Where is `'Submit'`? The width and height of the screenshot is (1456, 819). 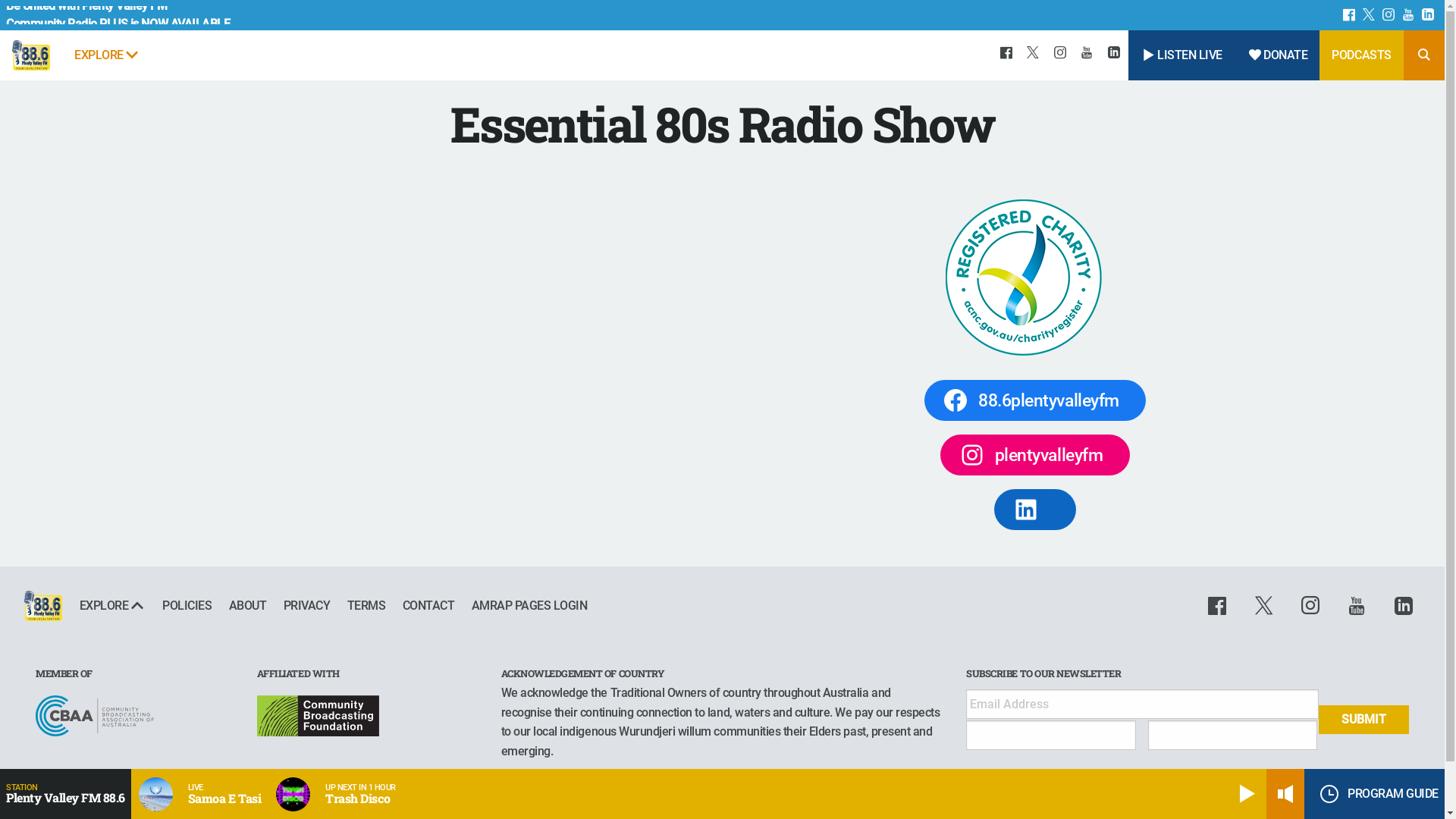 'Submit' is located at coordinates (1363, 718).